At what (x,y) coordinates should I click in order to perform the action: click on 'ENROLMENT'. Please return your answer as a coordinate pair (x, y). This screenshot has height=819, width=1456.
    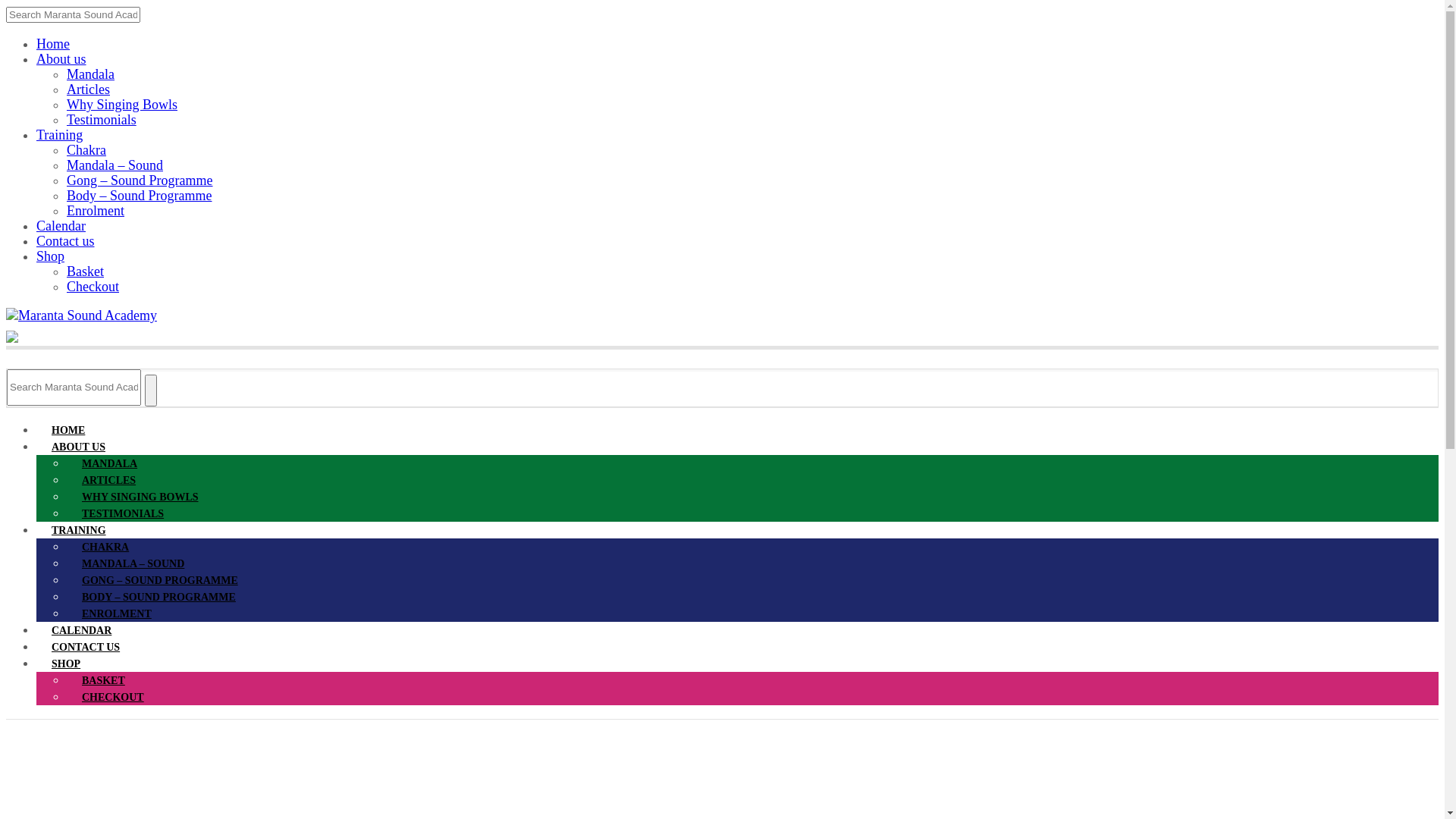
    Looking at the image, I should click on (65, 613).